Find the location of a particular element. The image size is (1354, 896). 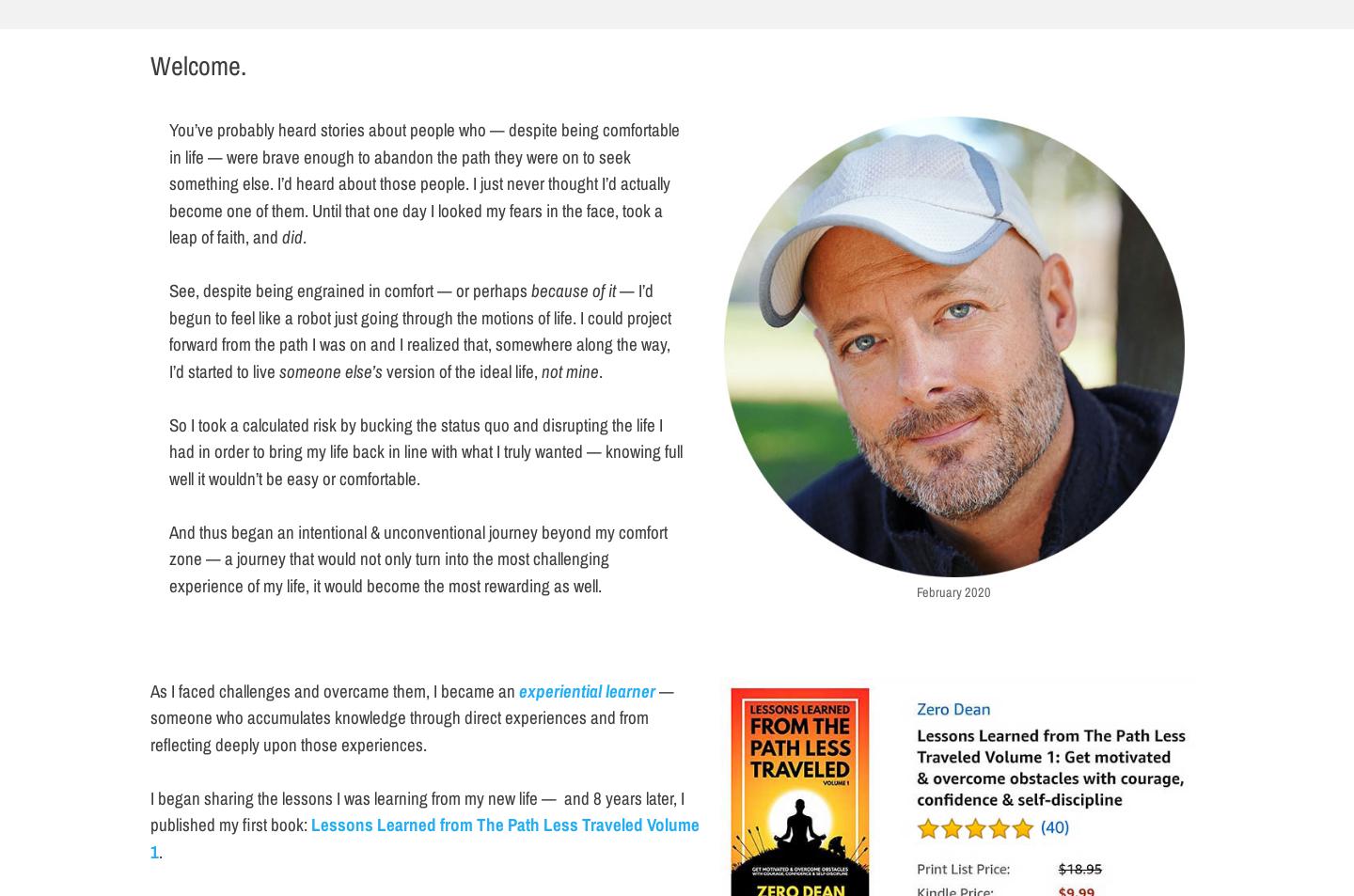

'I began sharing the lessons I was learning from my new life —  and 8 years later, I published my first book:' is located at coordinates (417, 810).